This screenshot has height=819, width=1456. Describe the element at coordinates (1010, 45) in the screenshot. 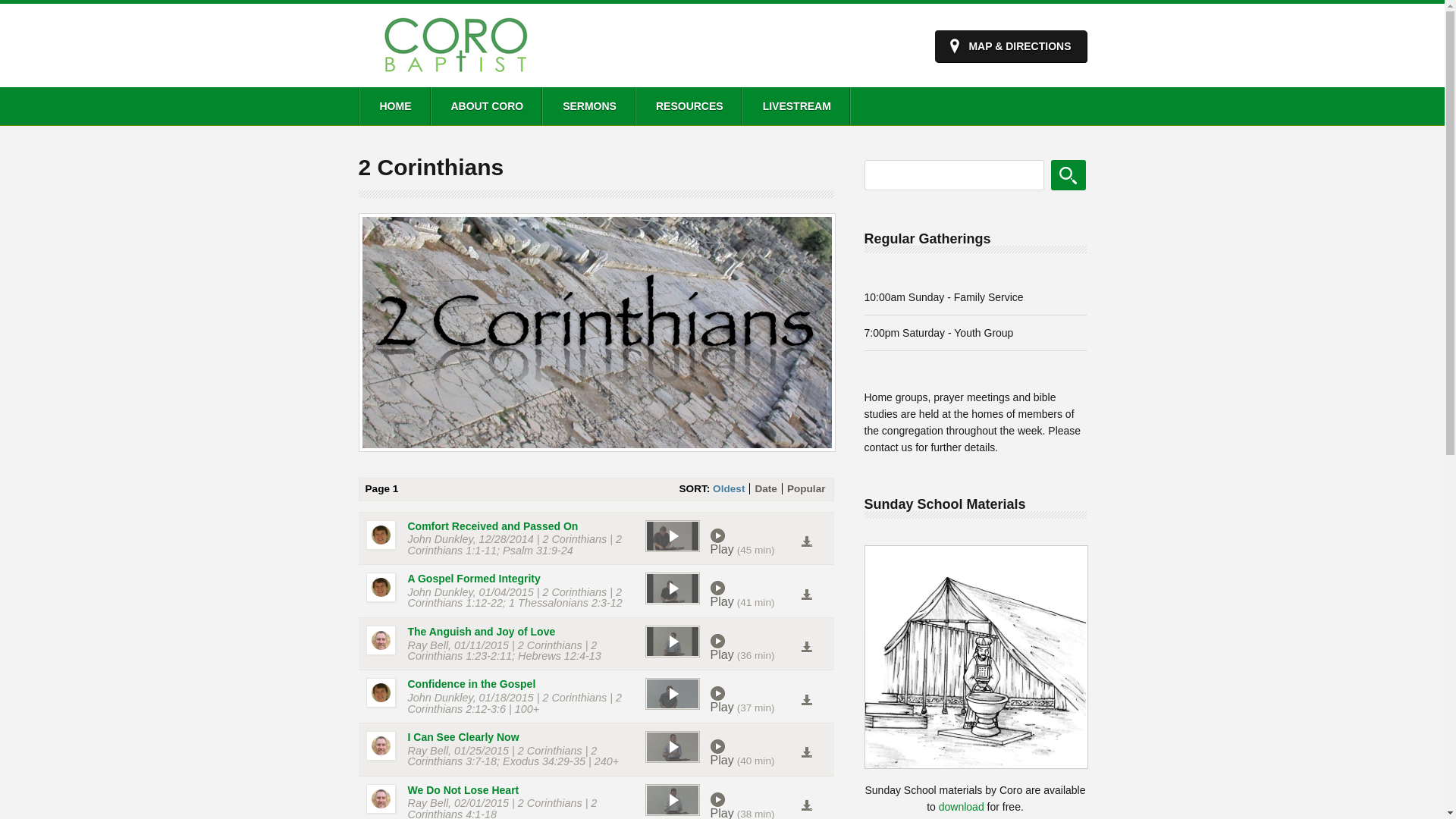

I see `'MAP & DIRECTIONS'` at that location.